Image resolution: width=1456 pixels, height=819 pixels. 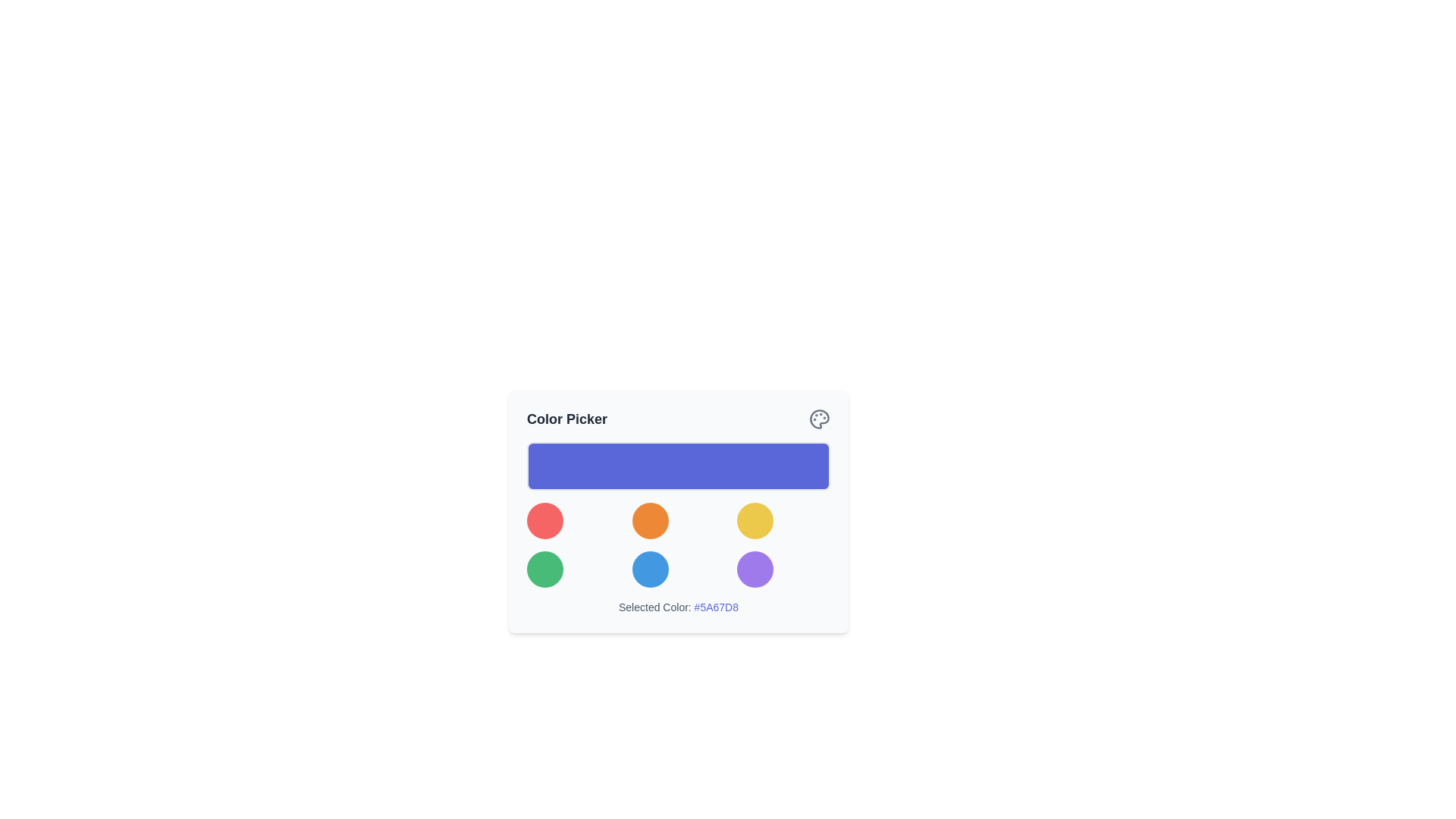 What do you see at coordinates (650, 519) in the screenshot?
I see `the color selection button for orange, which is the second button in the top row of a 3x2 grid layout, positioned between a red button and a yellow button` at bounding box center [650, 519].